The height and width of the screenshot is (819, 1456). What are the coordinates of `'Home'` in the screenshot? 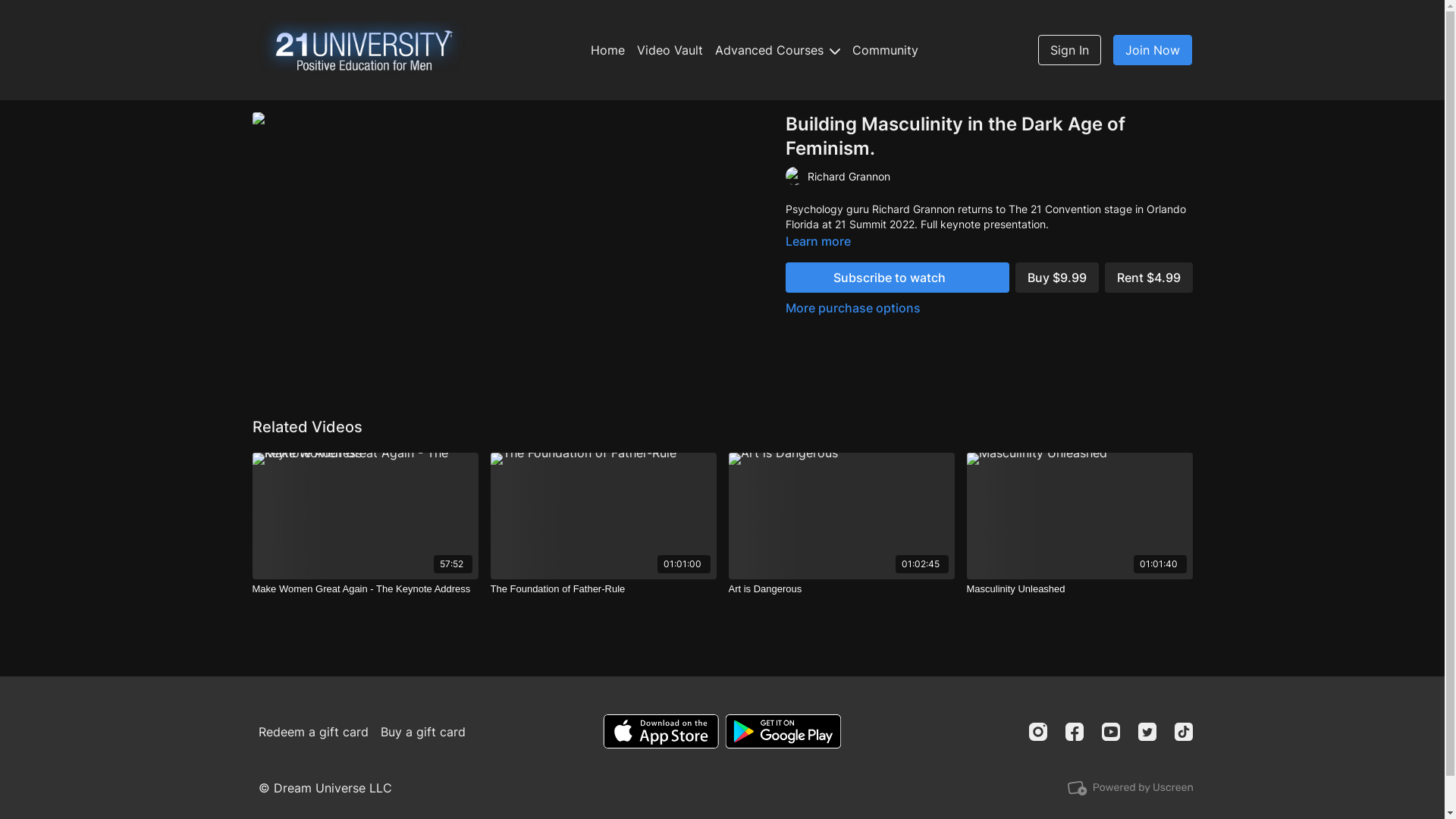 It's located at (607, 49).